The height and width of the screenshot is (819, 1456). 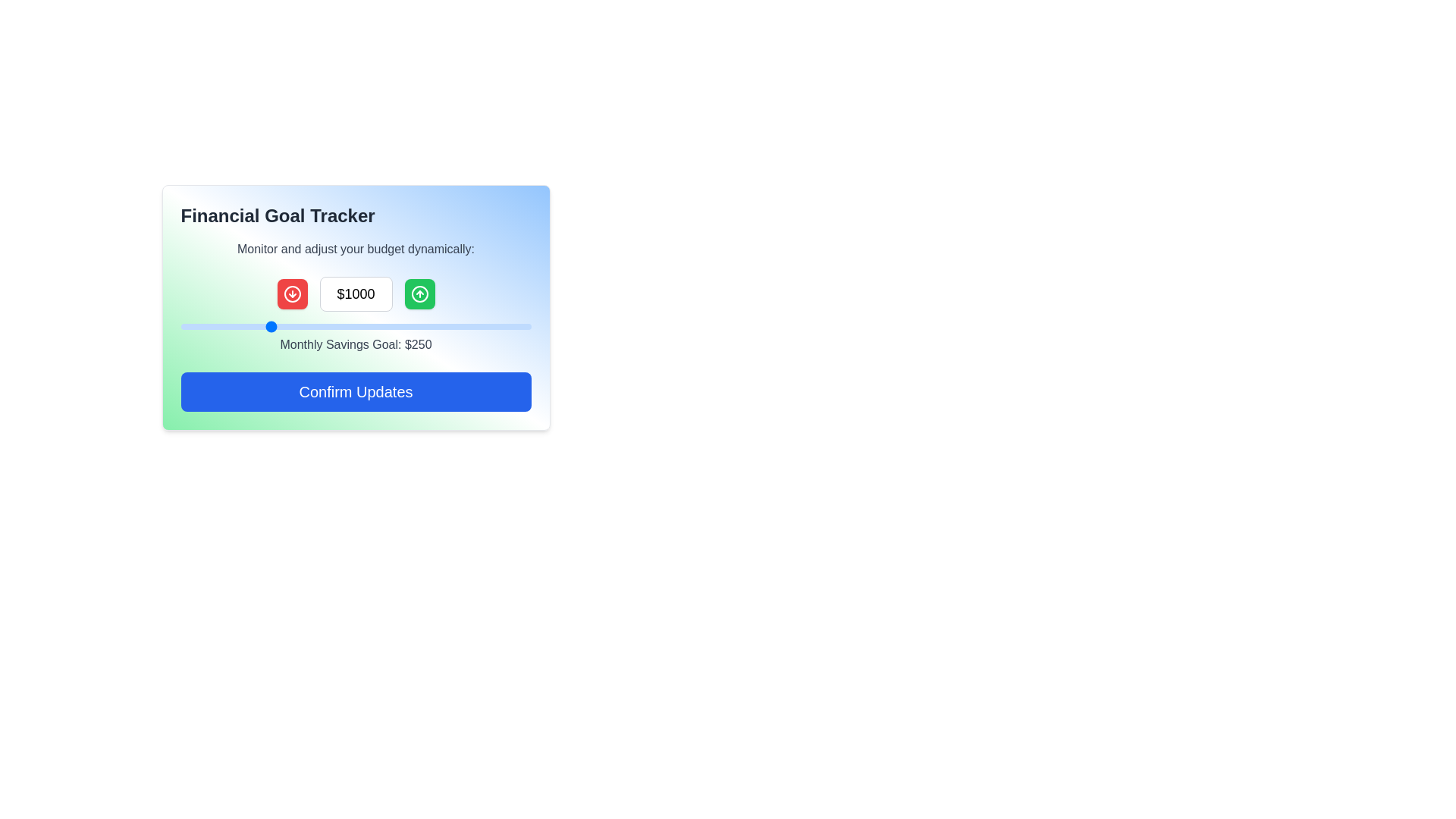 I want to click on the monthly savings goal, so click(x=389, y=326).